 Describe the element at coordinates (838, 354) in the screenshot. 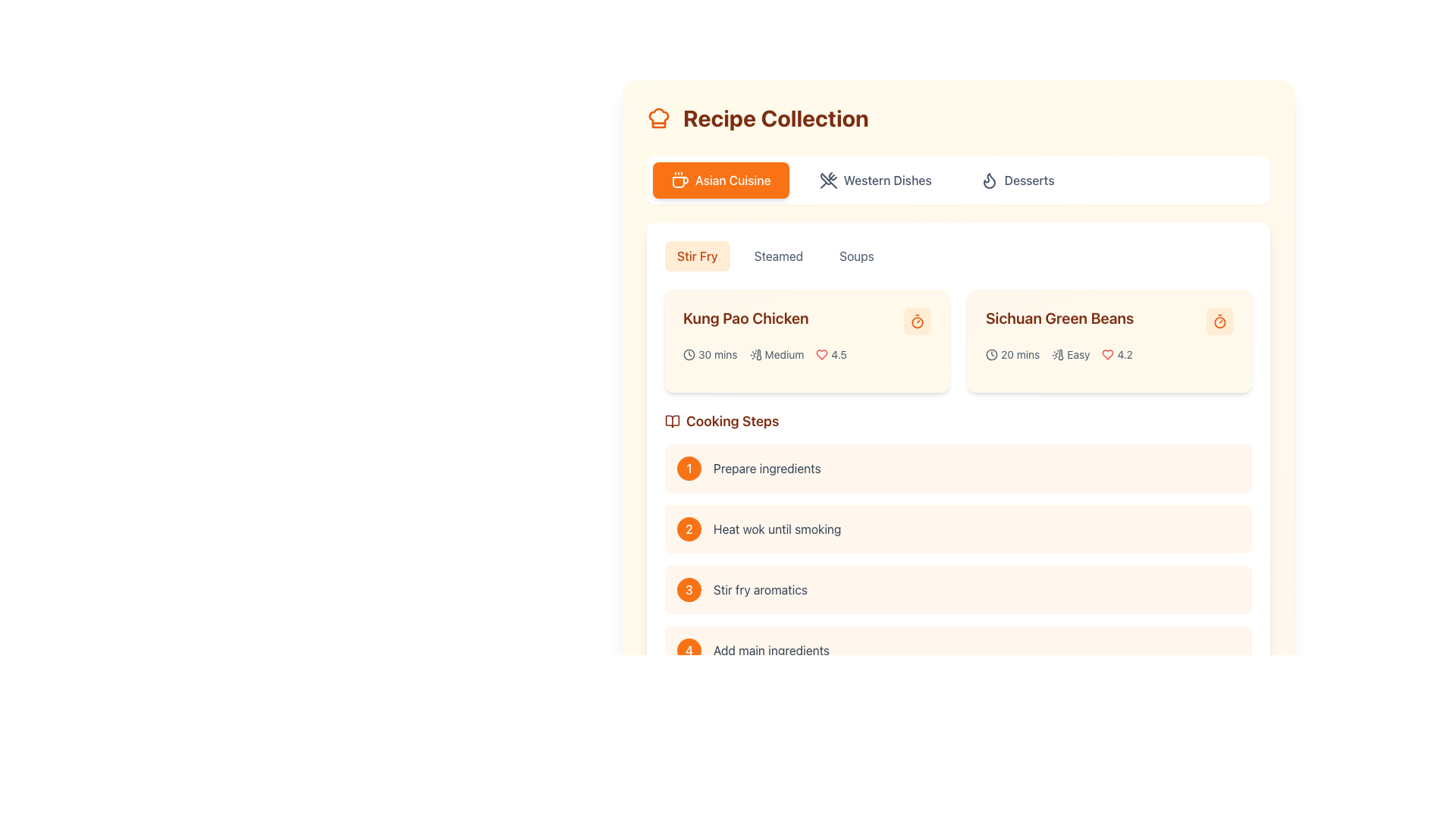

I see `the rating value text label displaying '4.5' for the 'Kung Pao Chicken' recipe, which is located in the top right corner of the recipe card` at that location.